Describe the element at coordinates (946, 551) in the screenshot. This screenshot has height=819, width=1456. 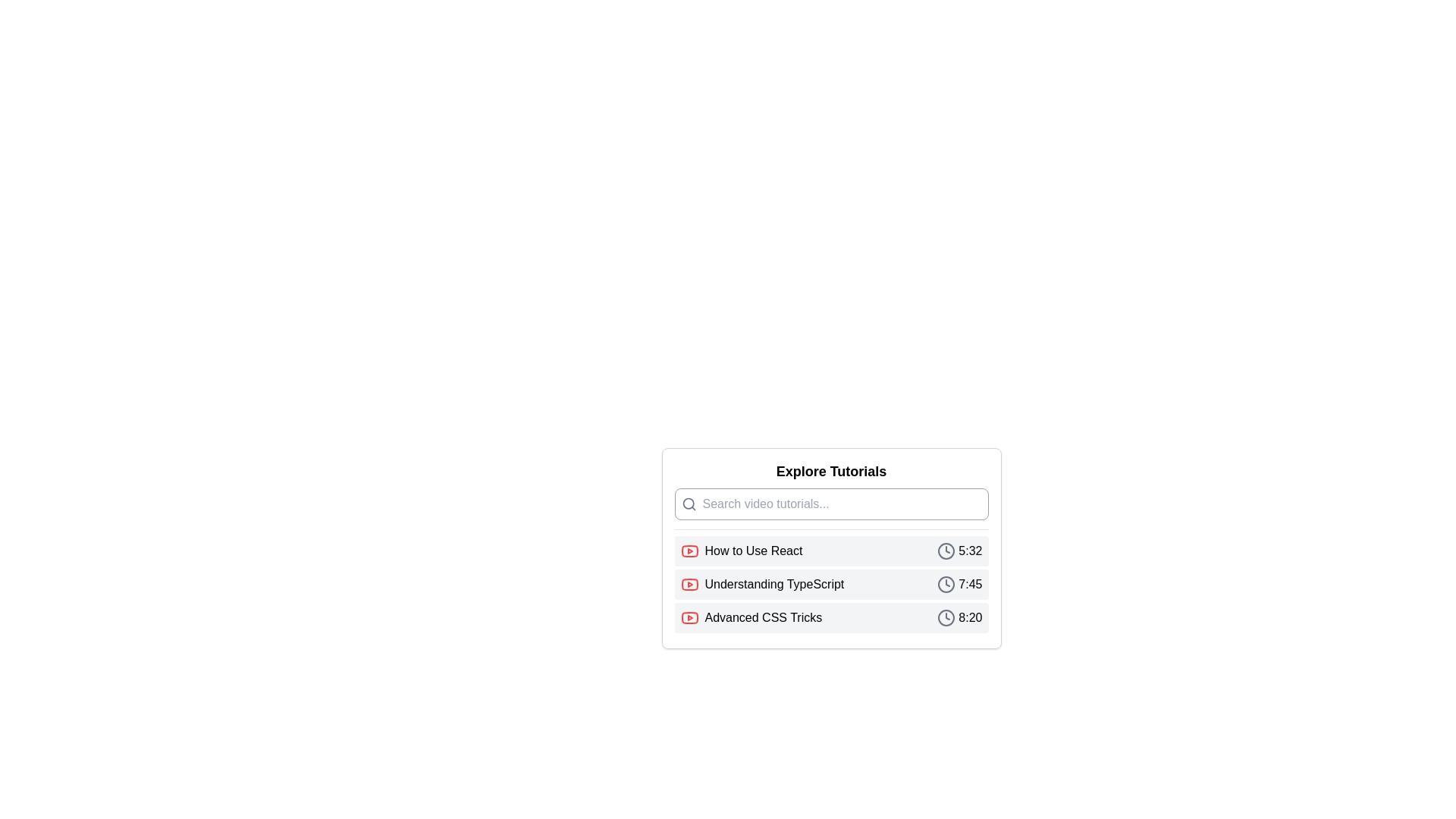
I see `the clock icon with a round gray outline located to the left of the '5:32' text in the first row of the video tutorial list` at that location.